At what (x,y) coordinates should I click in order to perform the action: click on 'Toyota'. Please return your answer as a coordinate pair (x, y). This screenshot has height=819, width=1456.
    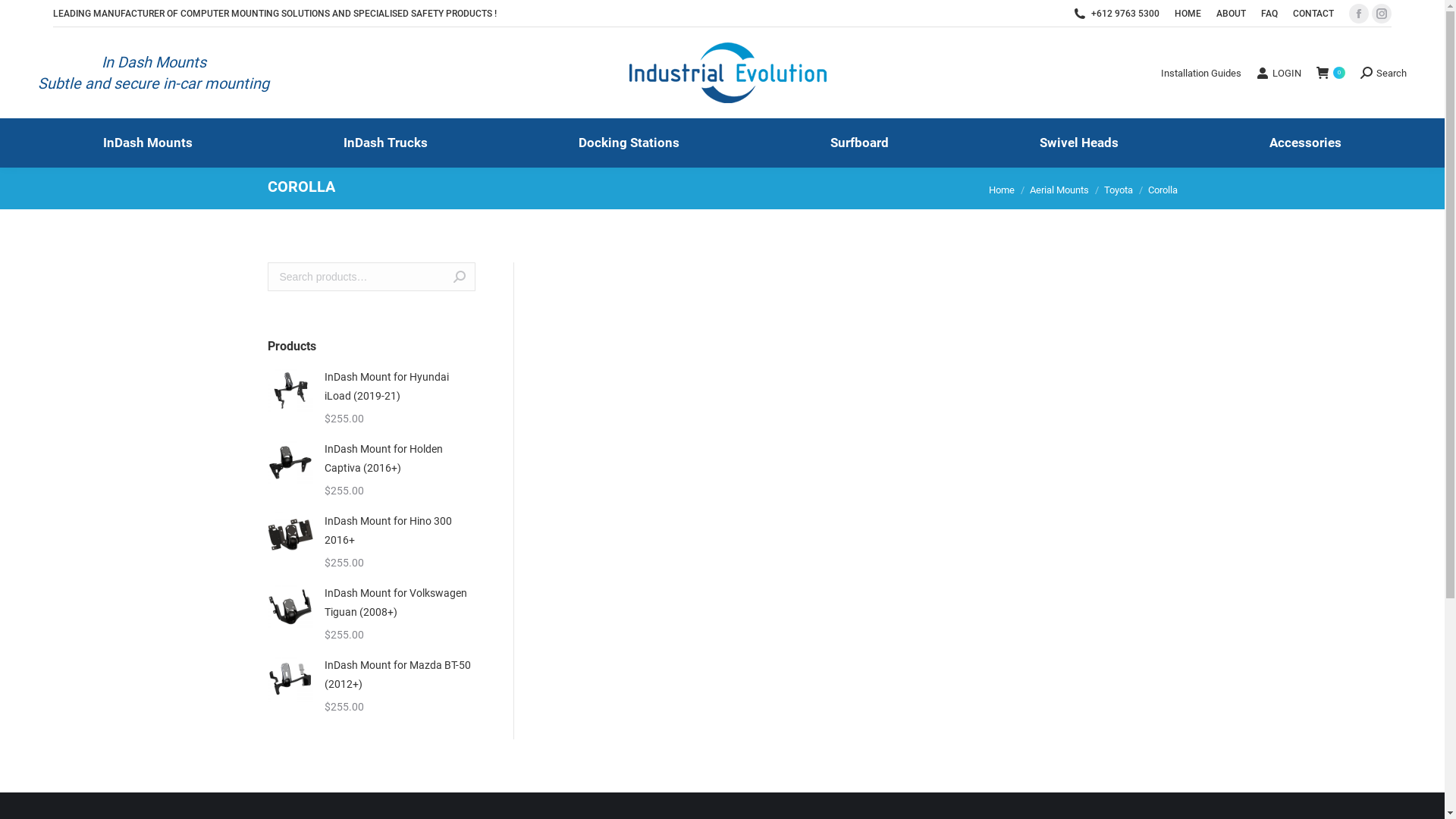
    Looking at the image, I should click on (1118, 188).